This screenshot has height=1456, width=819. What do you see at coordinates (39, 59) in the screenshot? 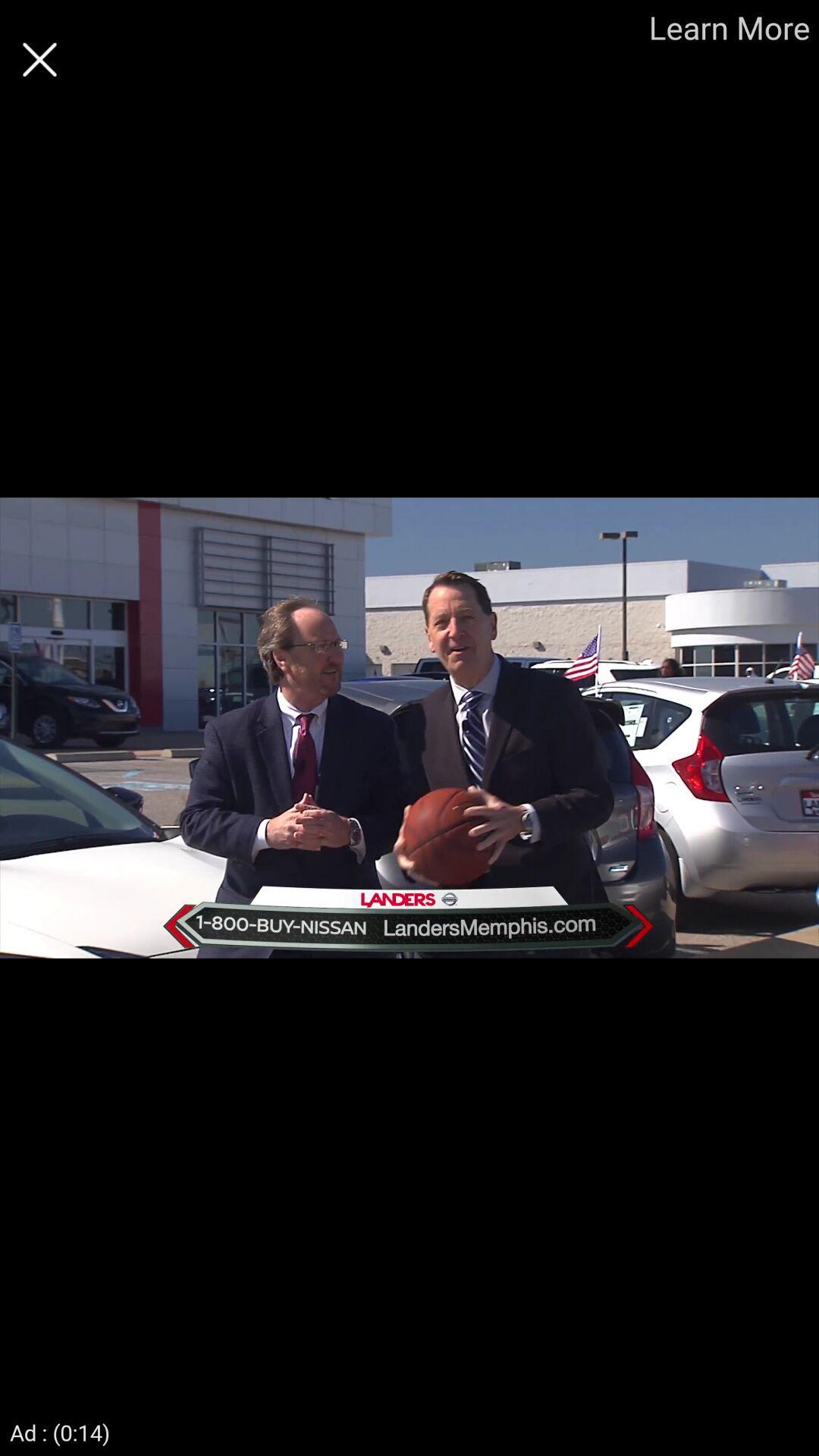
I see `button` at bounding box center [39, 59].